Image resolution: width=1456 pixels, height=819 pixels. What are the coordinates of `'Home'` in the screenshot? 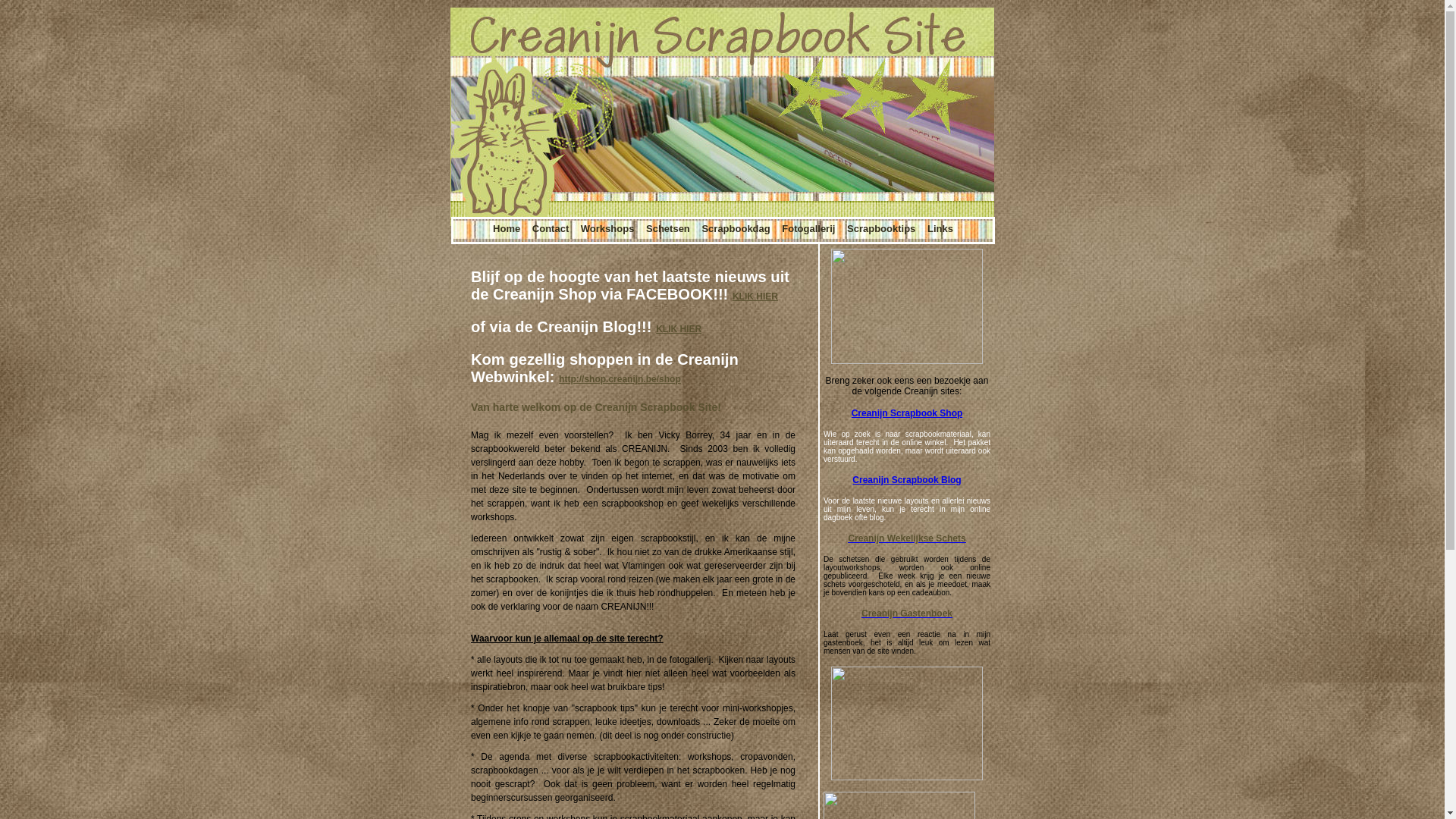 It's located at (508, 228).